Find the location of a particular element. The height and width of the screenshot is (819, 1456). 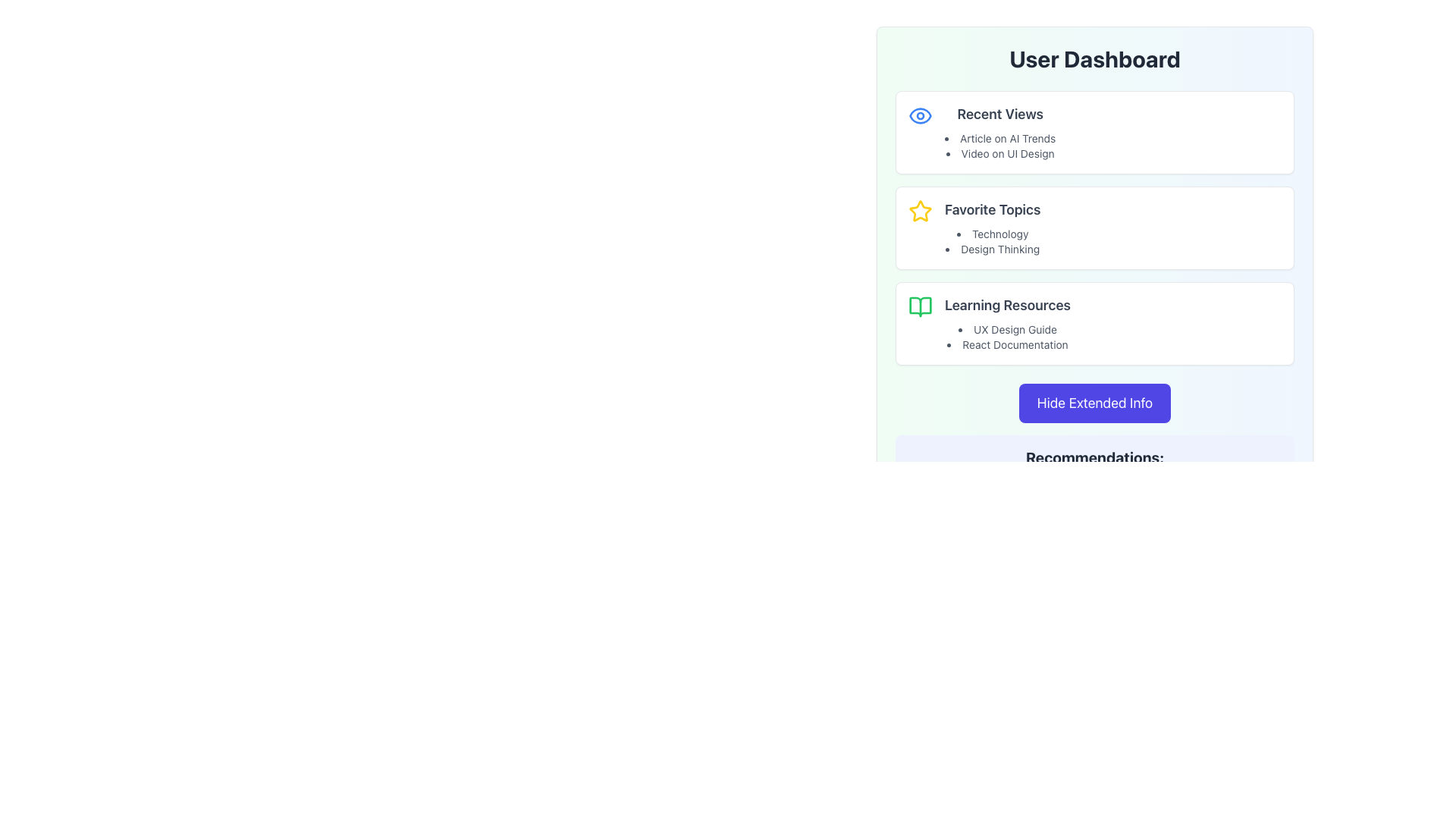

the star icon in the 'Favorite Topics' section, located in the upper-left area of the second card on the dashboard interface is located at coordinates (920, 211).